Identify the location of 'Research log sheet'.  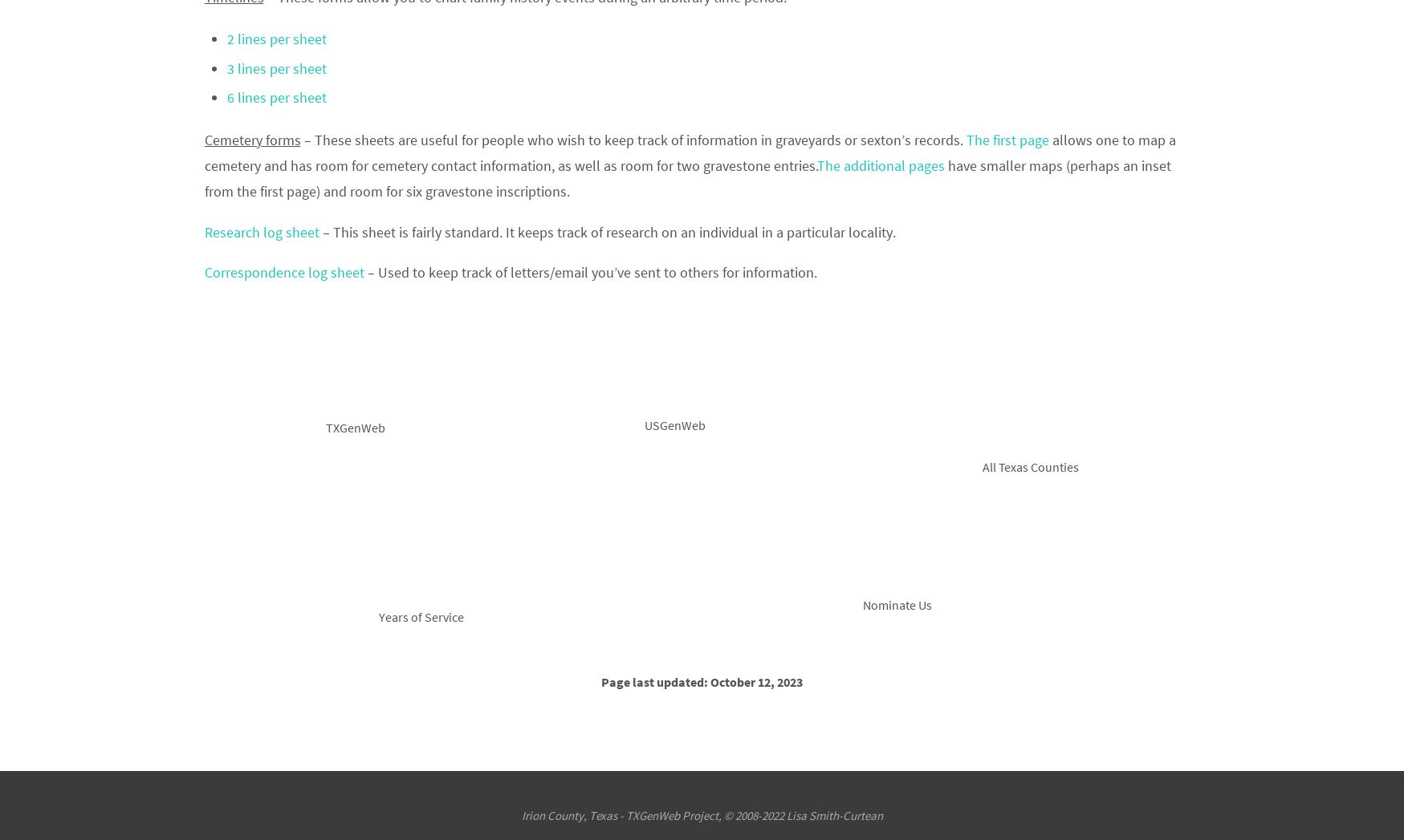
(262, 230).